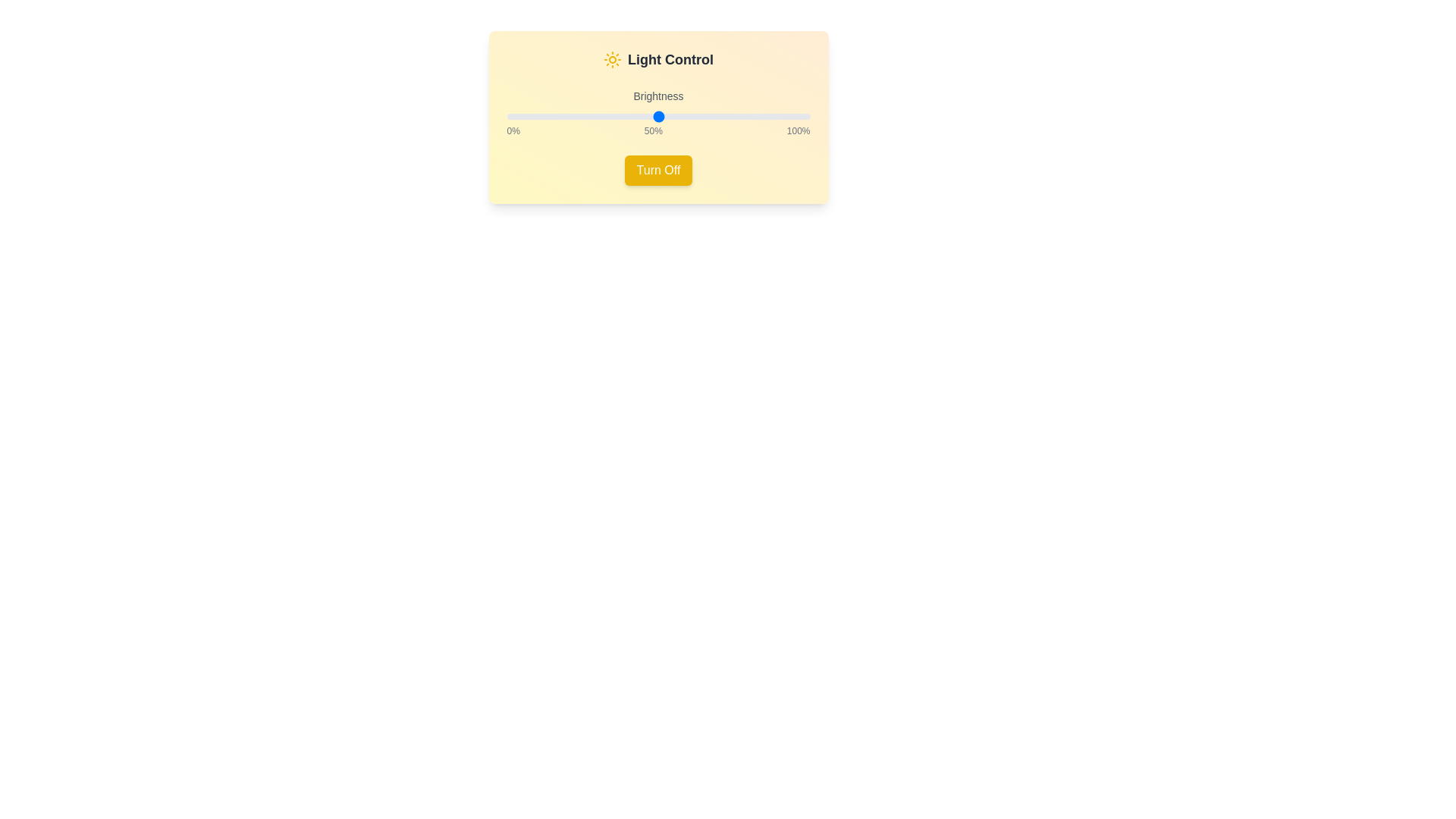 The height and width of the screenshot is (819, 1456). I want to click on Brightness, so click(676, 116).